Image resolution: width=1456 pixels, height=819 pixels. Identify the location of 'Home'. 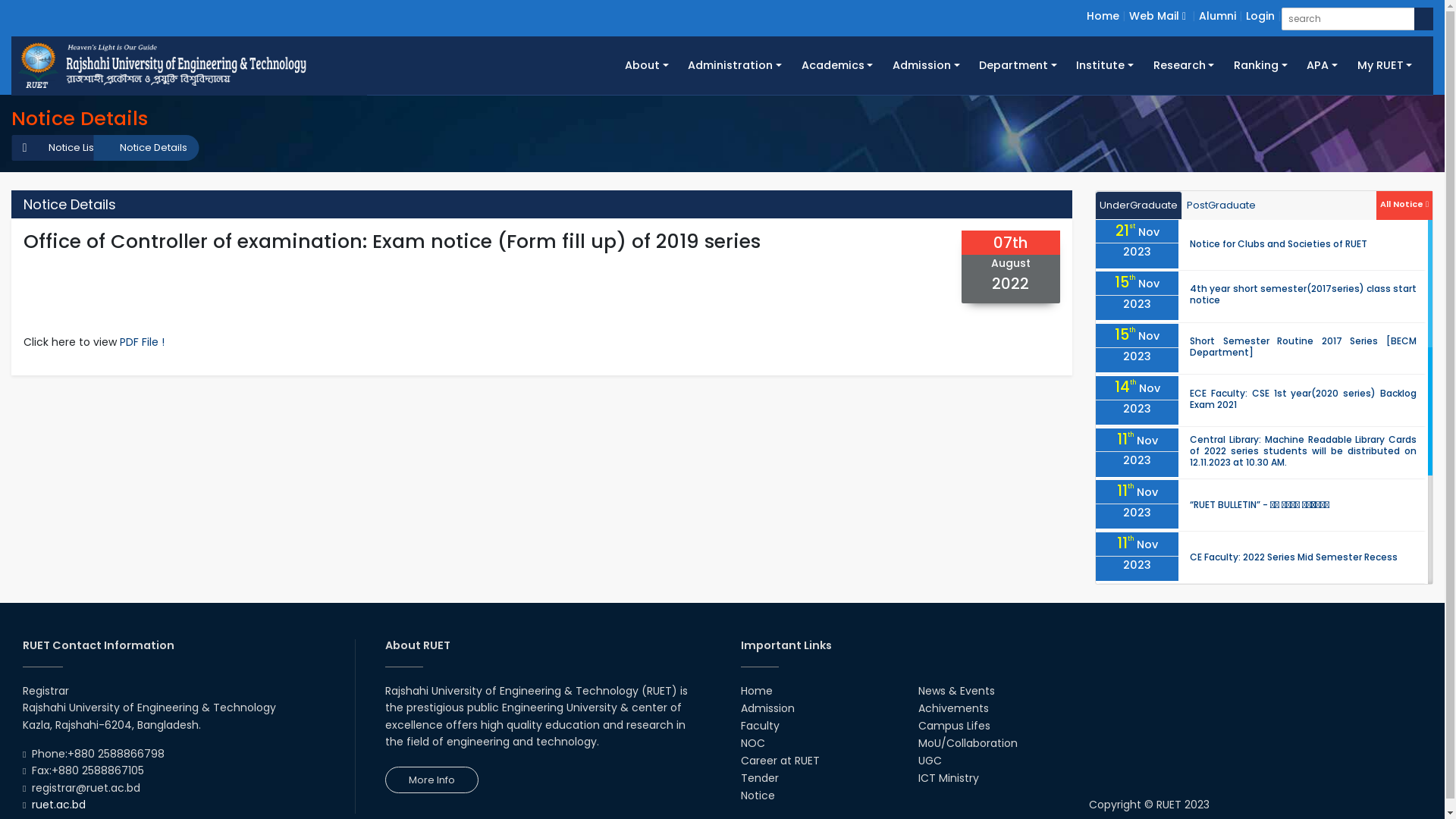
(1103, 15).